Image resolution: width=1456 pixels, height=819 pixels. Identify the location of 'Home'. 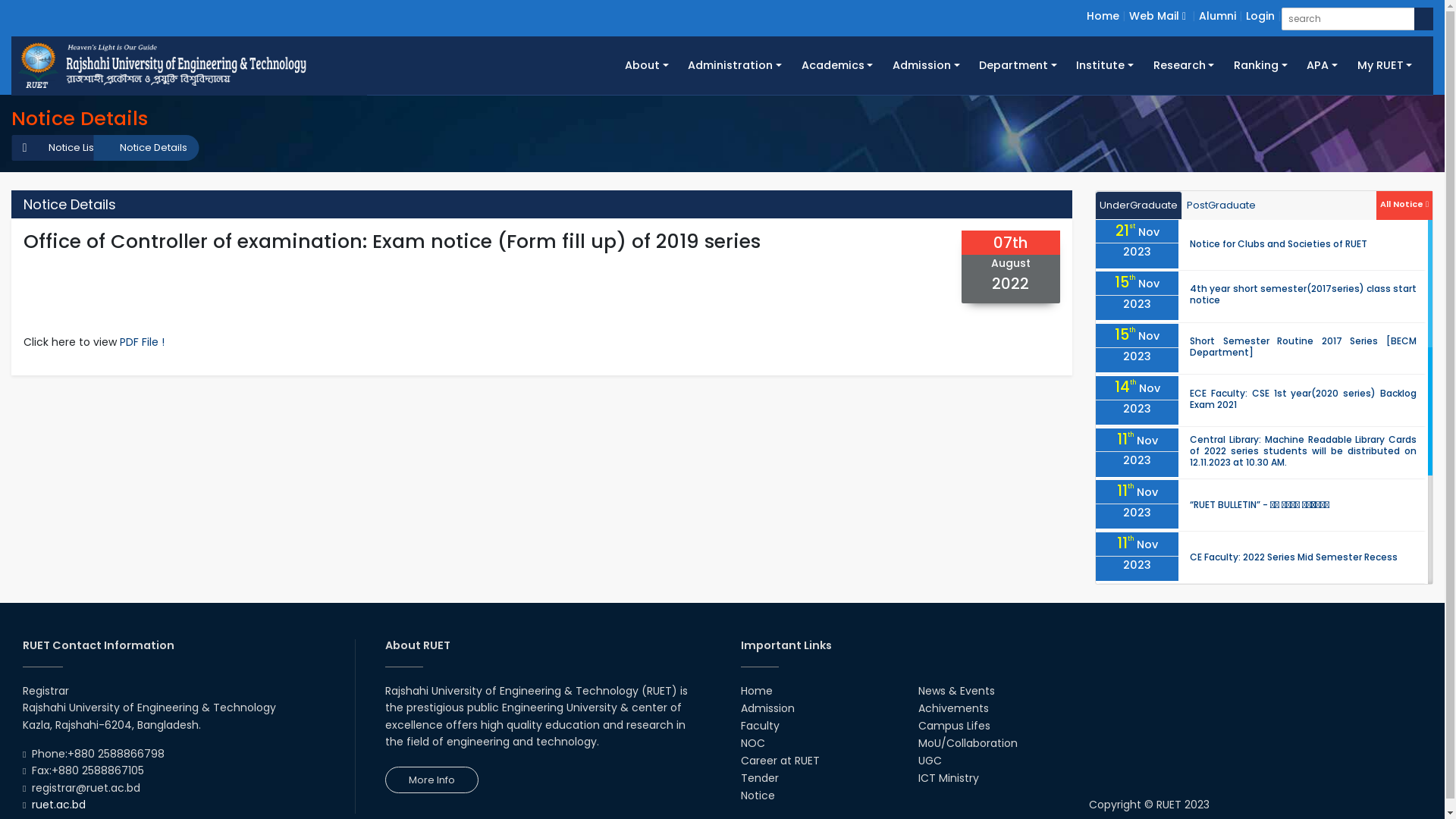
(1103, 15).